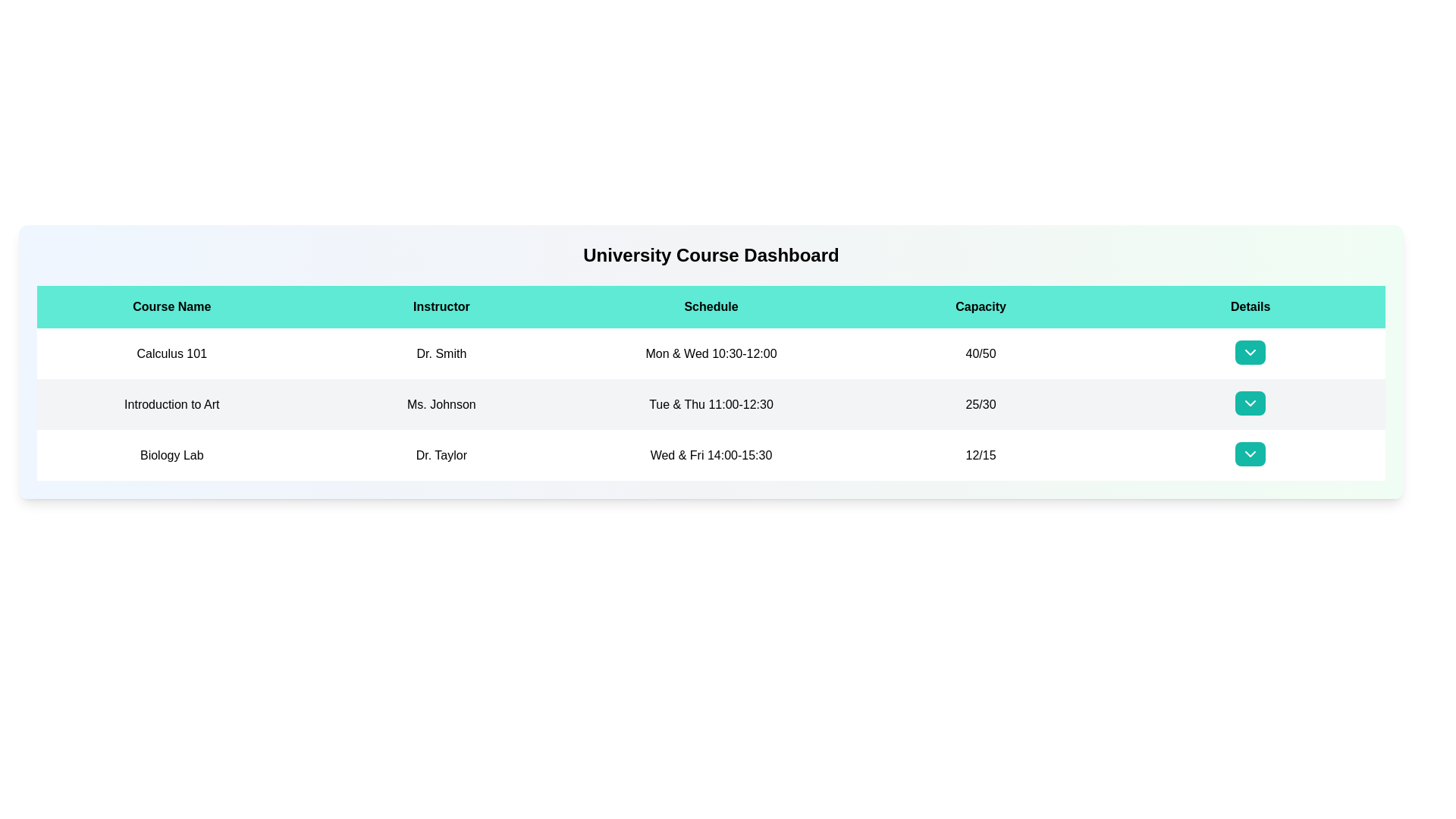 This screenshot has width=1456, height=819. What do you see at coordinates (441, 353) in the screenshot?
I see `the text label displaying the instructor's name for the 'Calculus 101' course, located in the second cell of the corresponding row in the table` at bounding box center [441, 353].